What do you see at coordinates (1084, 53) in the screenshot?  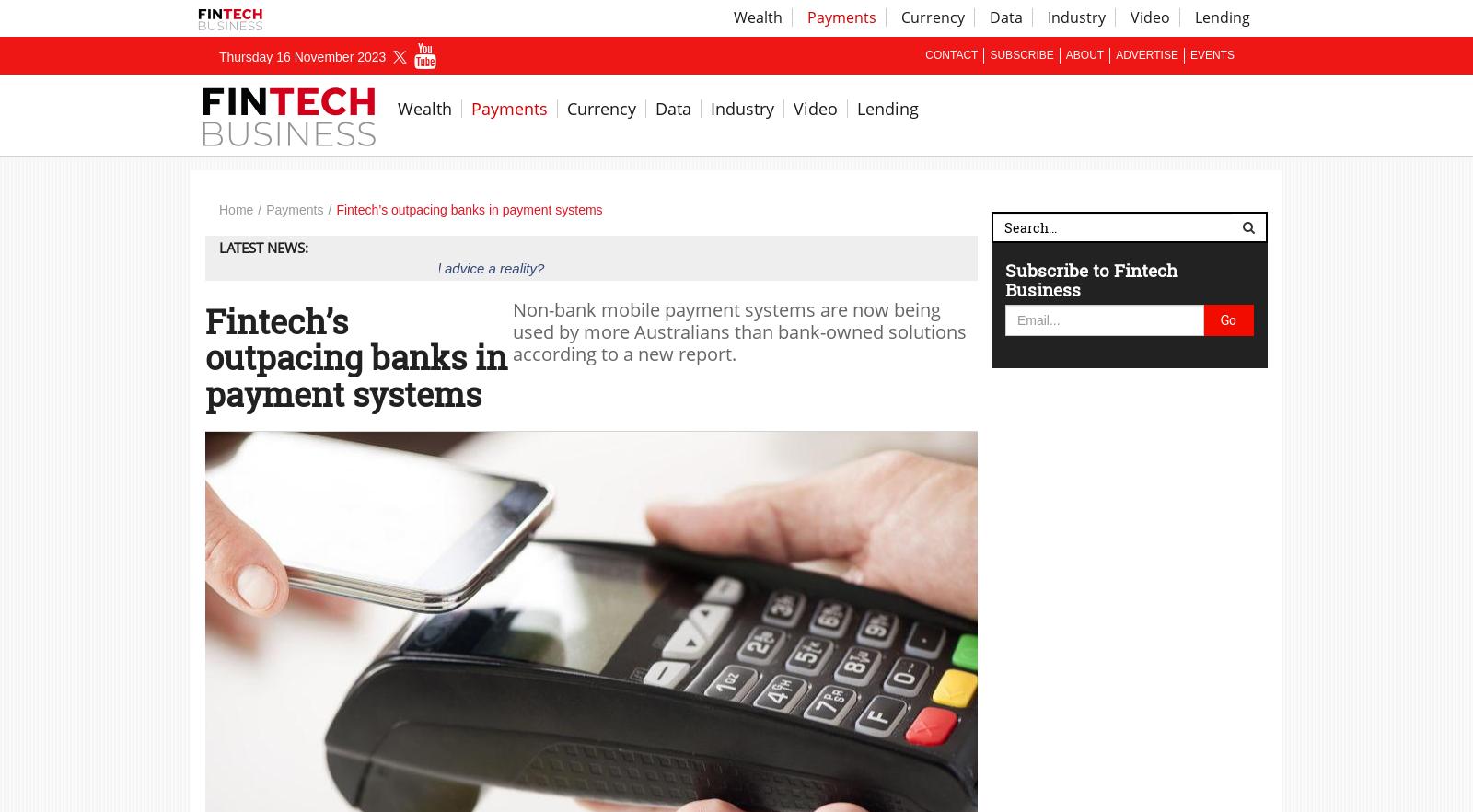 I see `'About'` at bounding box center [1084, 53].